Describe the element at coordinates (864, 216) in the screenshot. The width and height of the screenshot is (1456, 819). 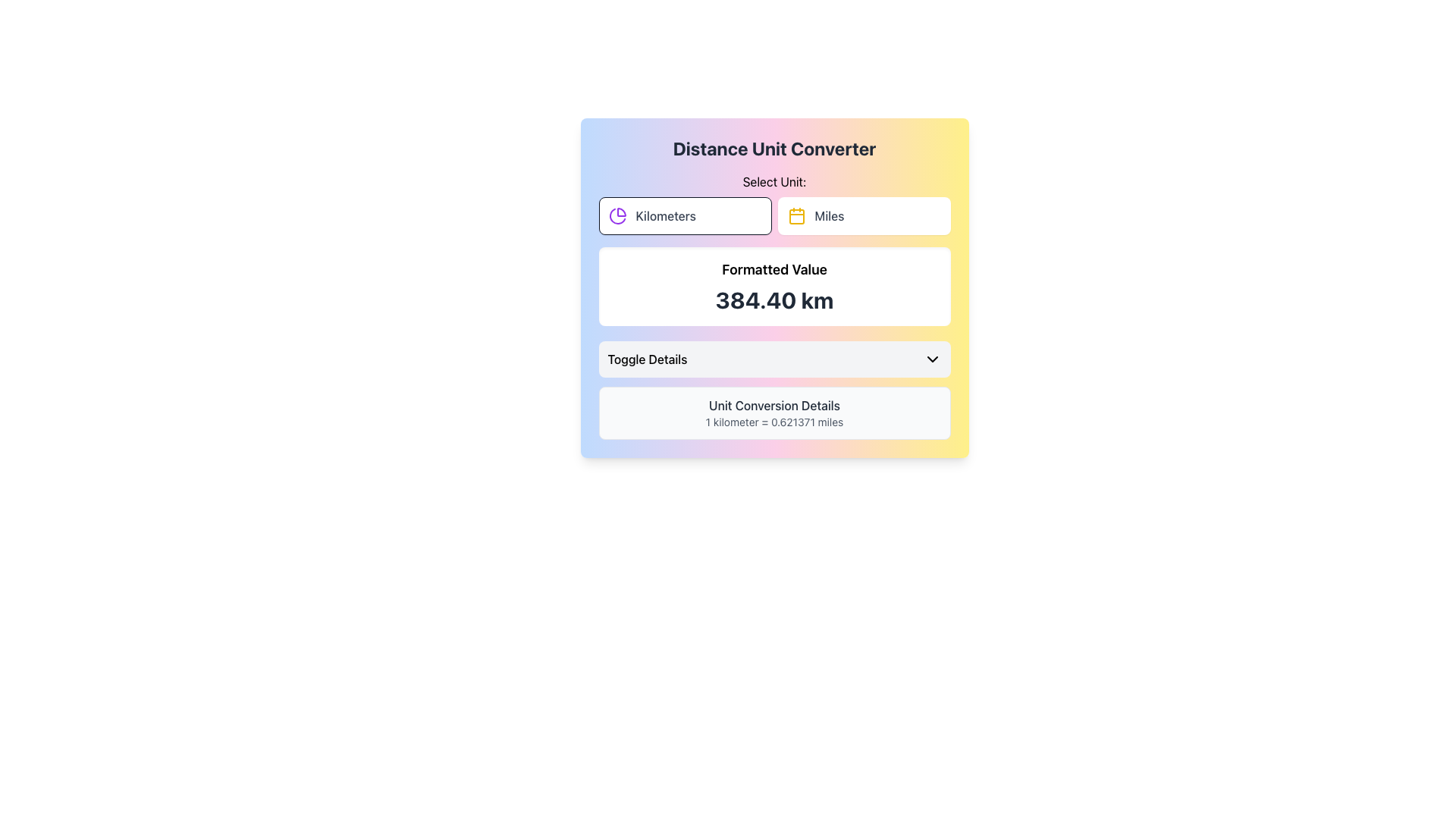
I see `the 'Miles' button in the 'Distance Unit Converter' tool` at that location.